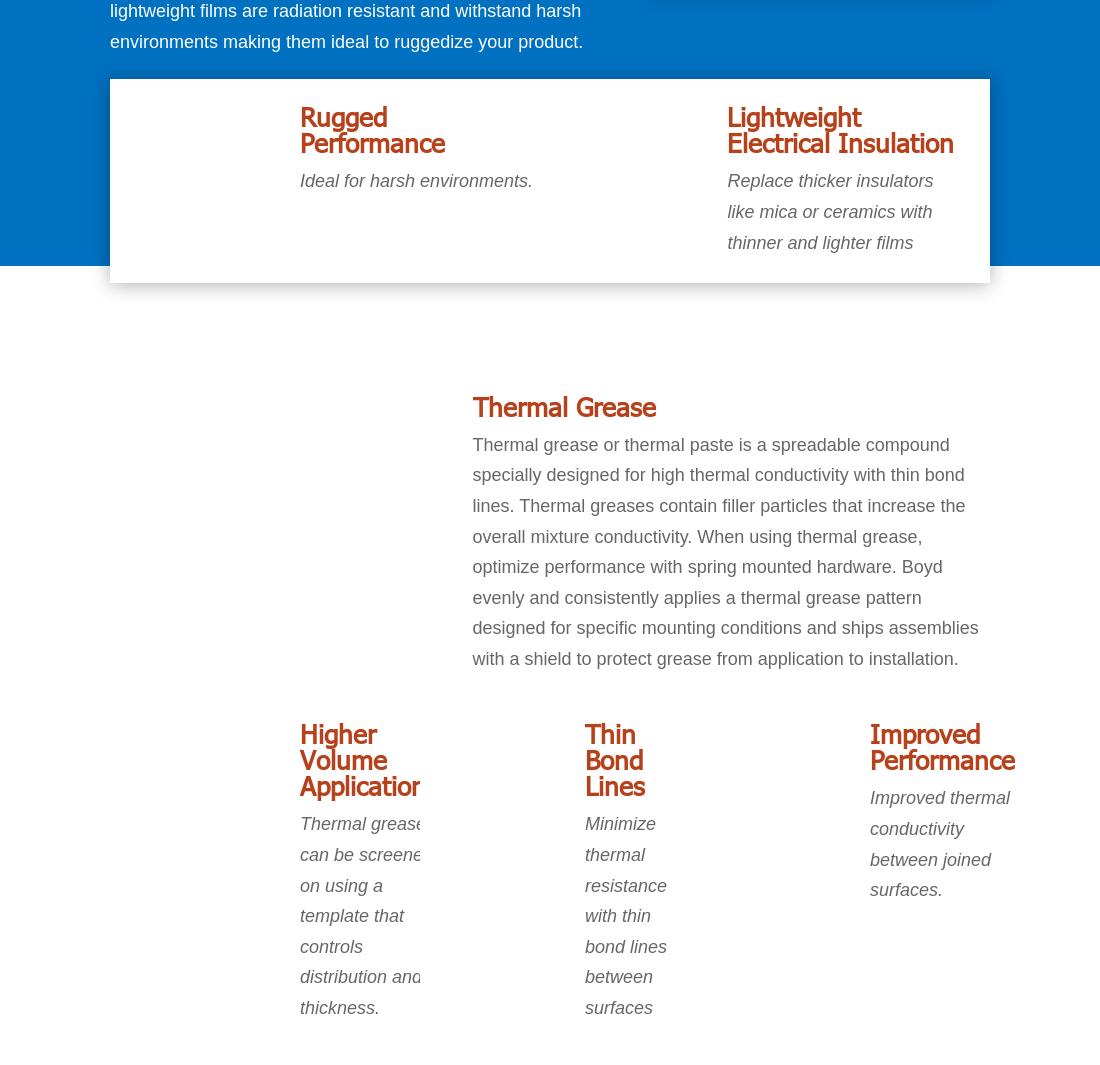 The image size is (1100, 1065). Describe the element at coordinates (366, 916) in the screenshot. I see `'Thermal grease can be screened on using a template that controls distribution and thickness.'` at that location.